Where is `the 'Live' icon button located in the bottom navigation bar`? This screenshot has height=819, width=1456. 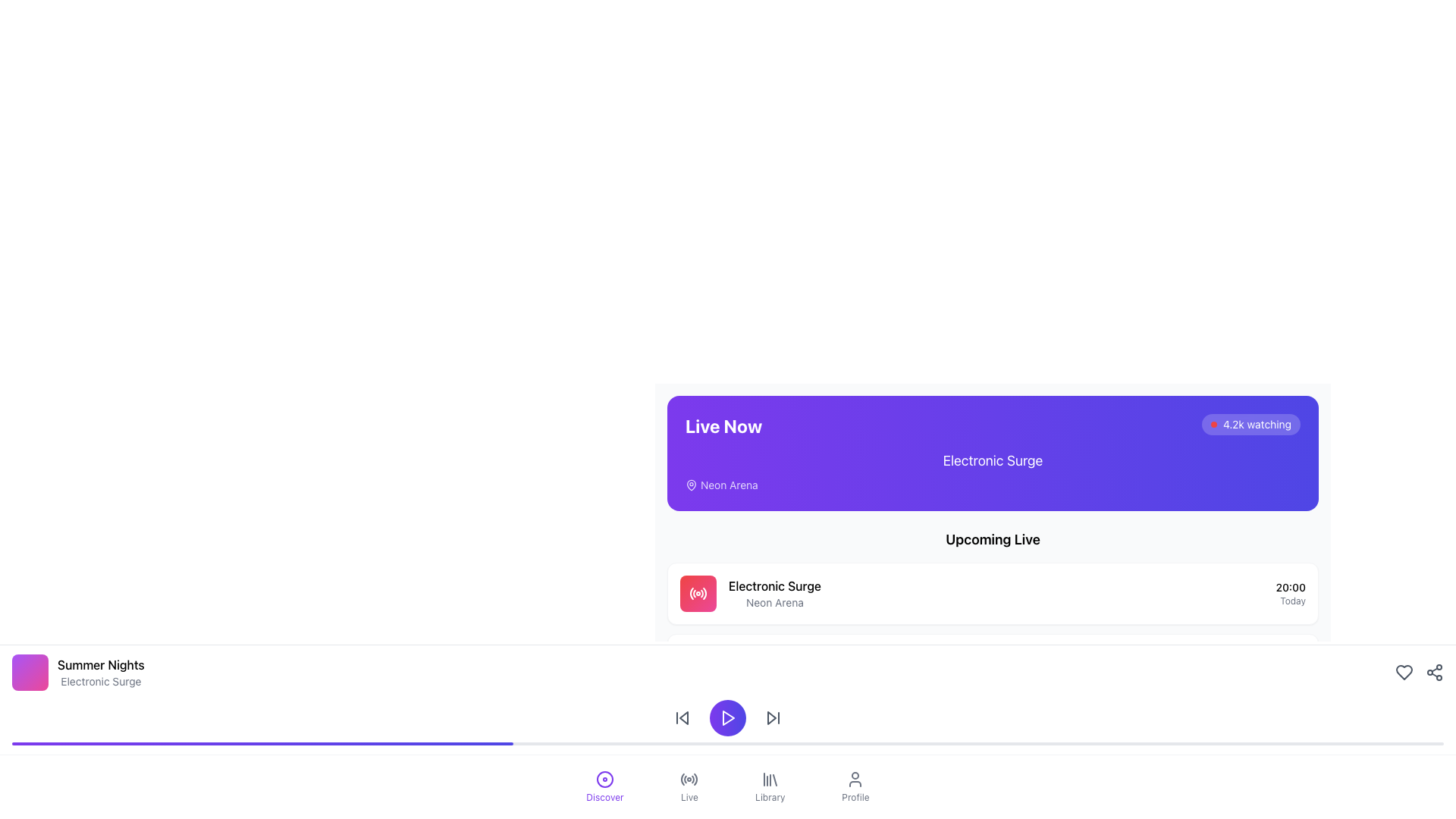 the 'Live' icon button located in the bottom navigation bar is located at coordinates (689, 780).